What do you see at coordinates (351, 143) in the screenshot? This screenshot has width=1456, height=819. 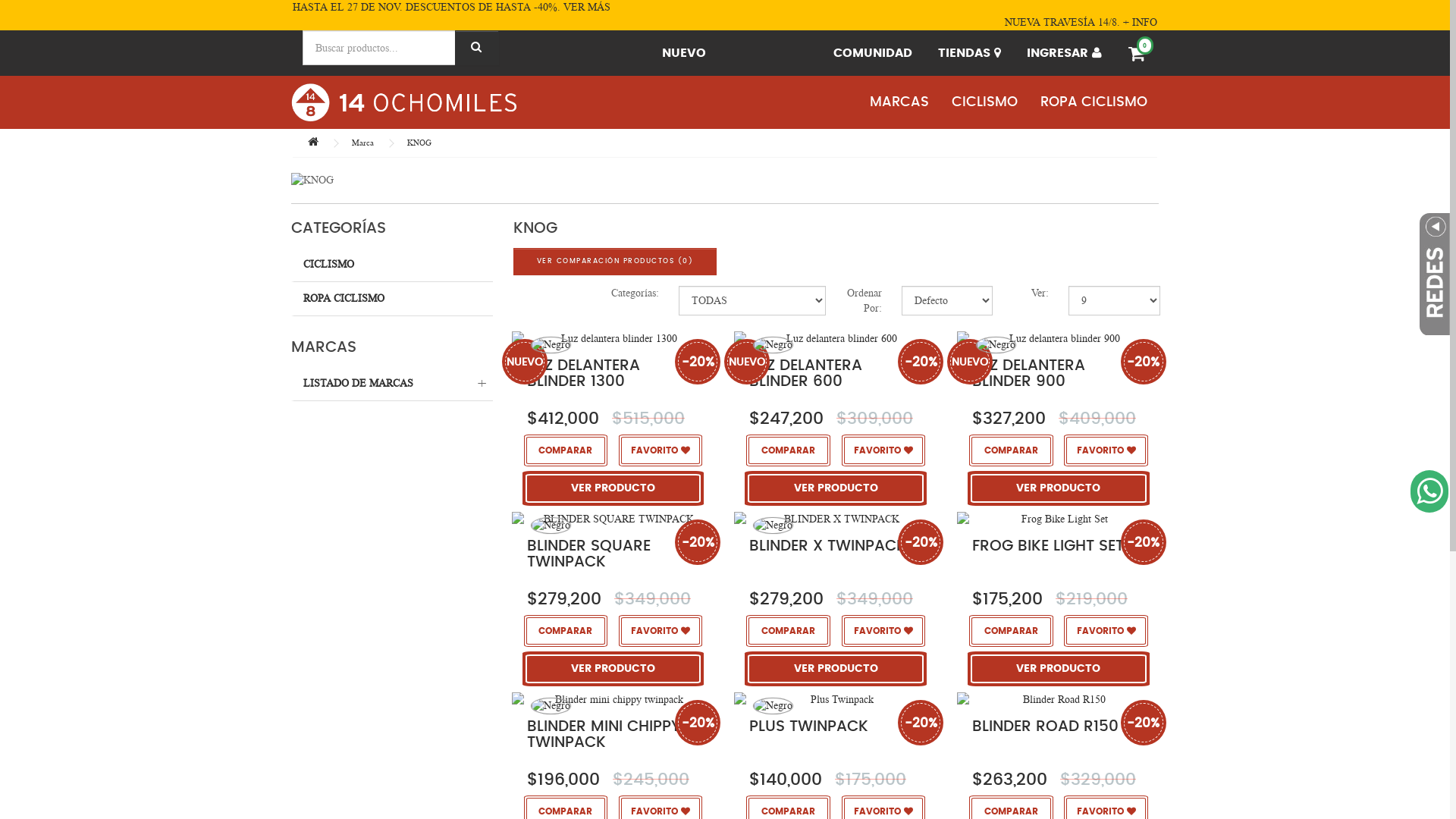 I see `'Marca'` at bounding box center [351, 143].